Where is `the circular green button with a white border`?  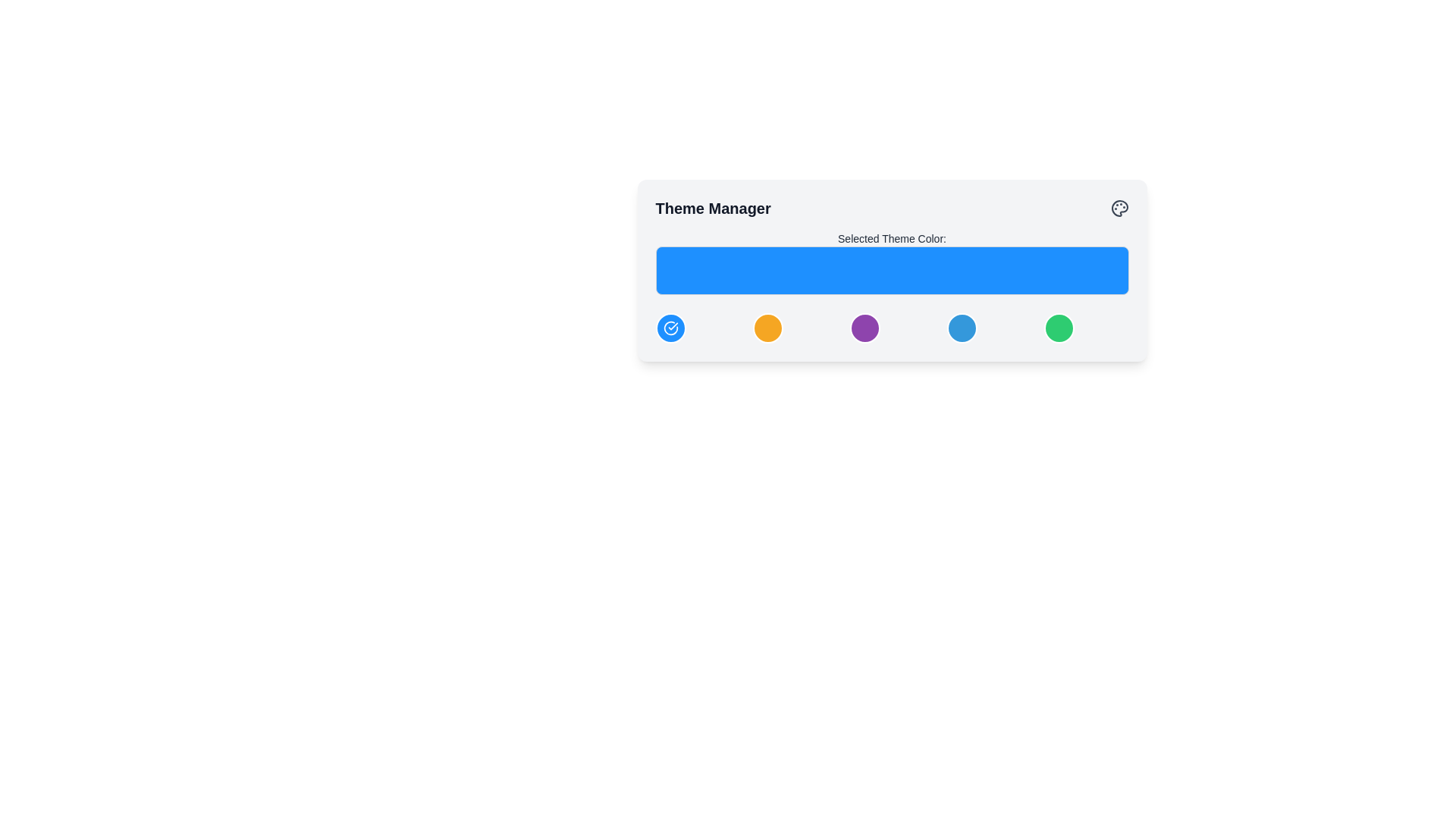 the circular green button with a white border is located at coordinates (1058, 327).